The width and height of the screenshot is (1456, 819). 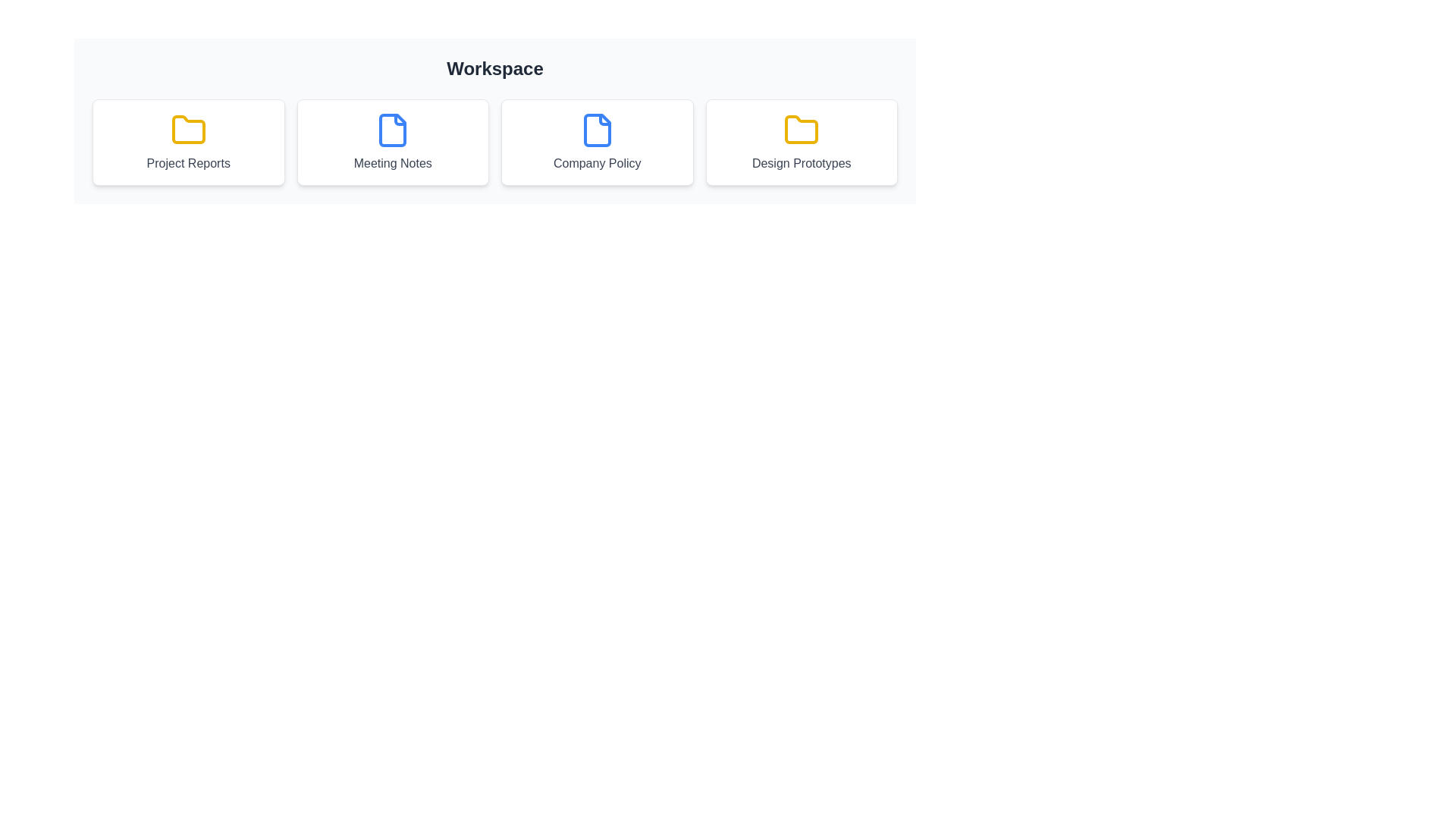 What do you see at coordinates (596, 130) in the screenshot?
I see `the file icon that represents a digital file, located under the text 'Meeting Notes' and positioned second from the left in the row of items` at bounding box center [596, 130].